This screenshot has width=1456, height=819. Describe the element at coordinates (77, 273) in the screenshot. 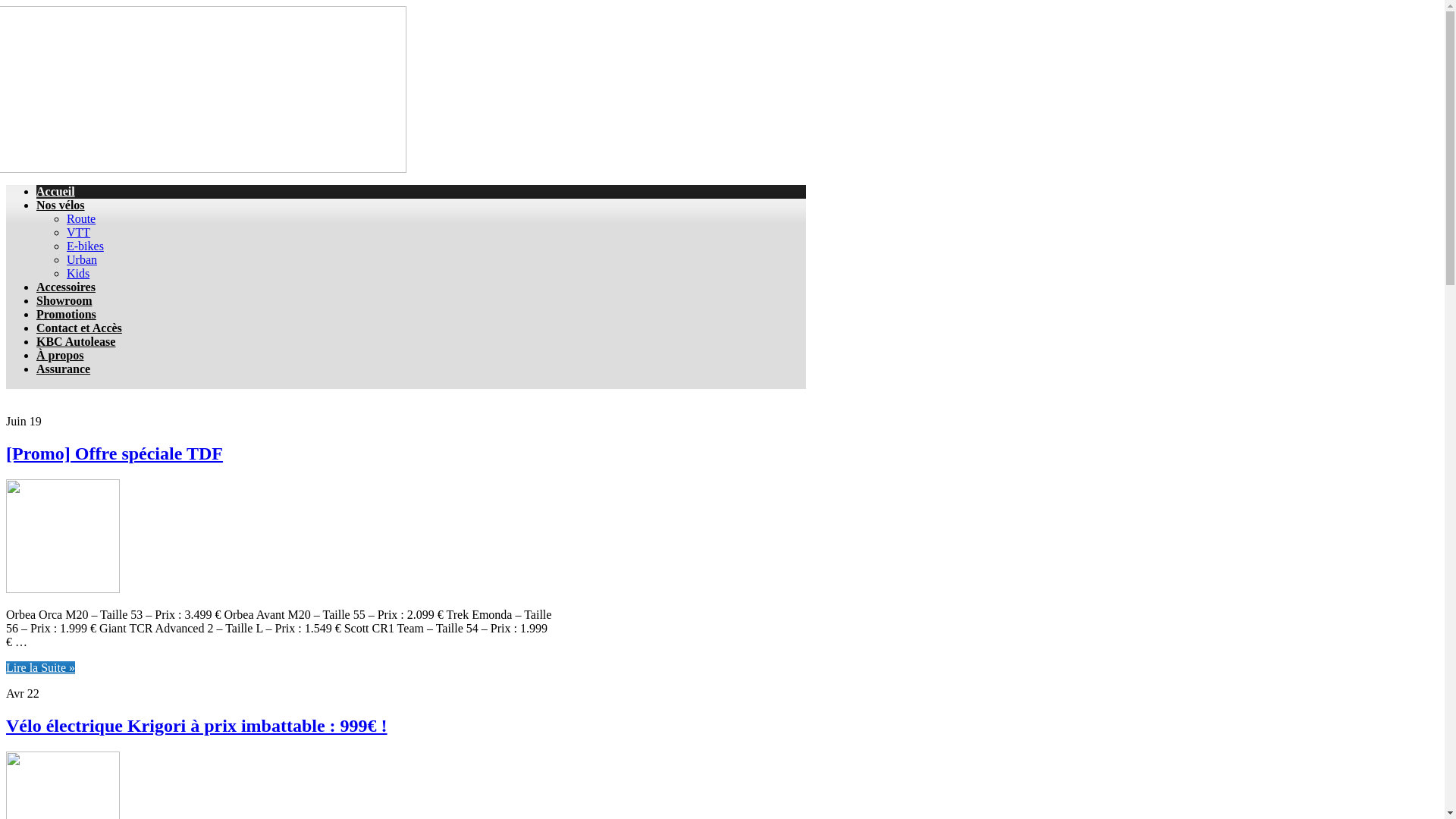

I see `'Kids'` at that location.